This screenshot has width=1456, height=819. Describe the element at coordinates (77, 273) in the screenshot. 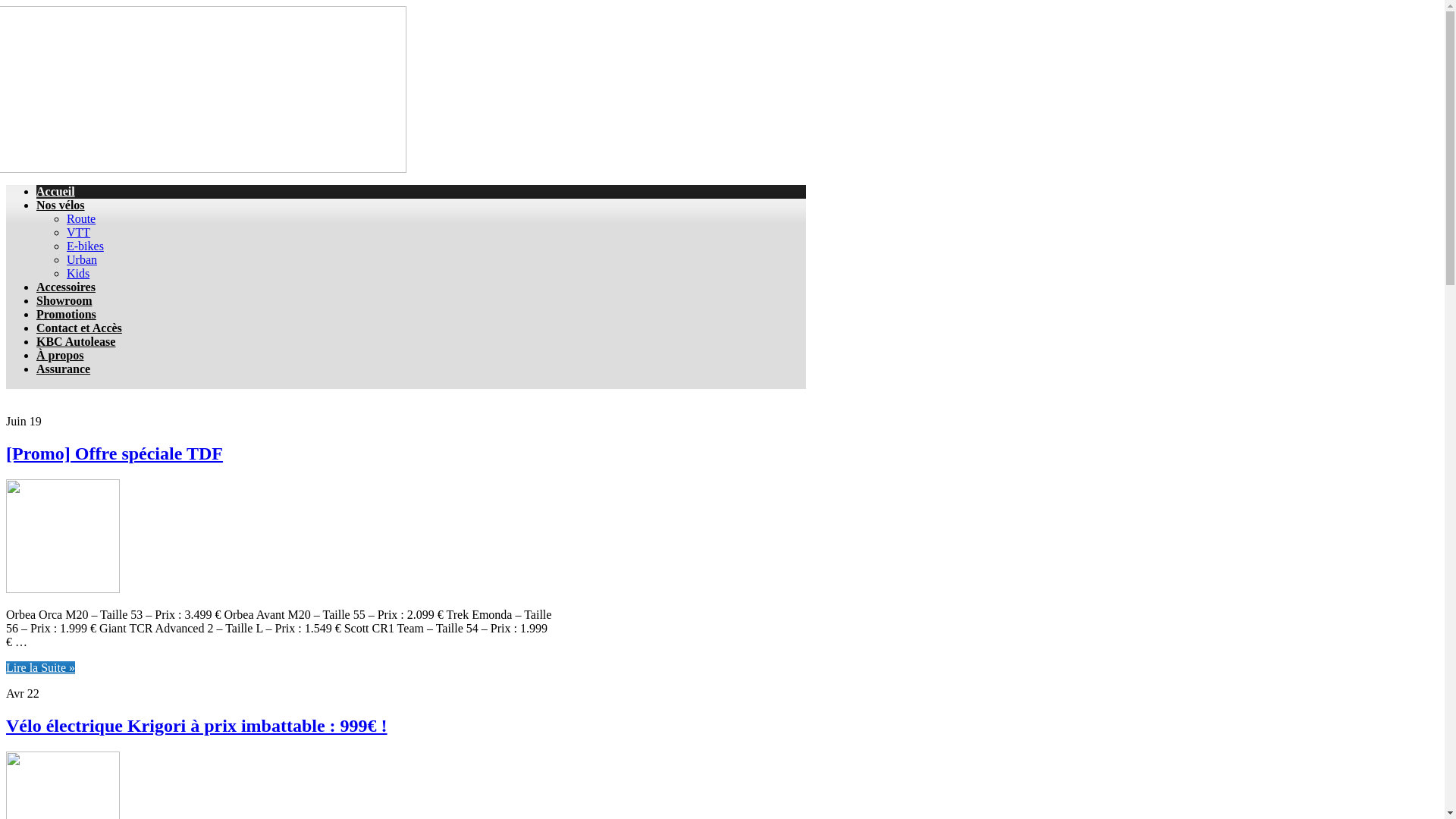

I see `'Kids'` at that location.